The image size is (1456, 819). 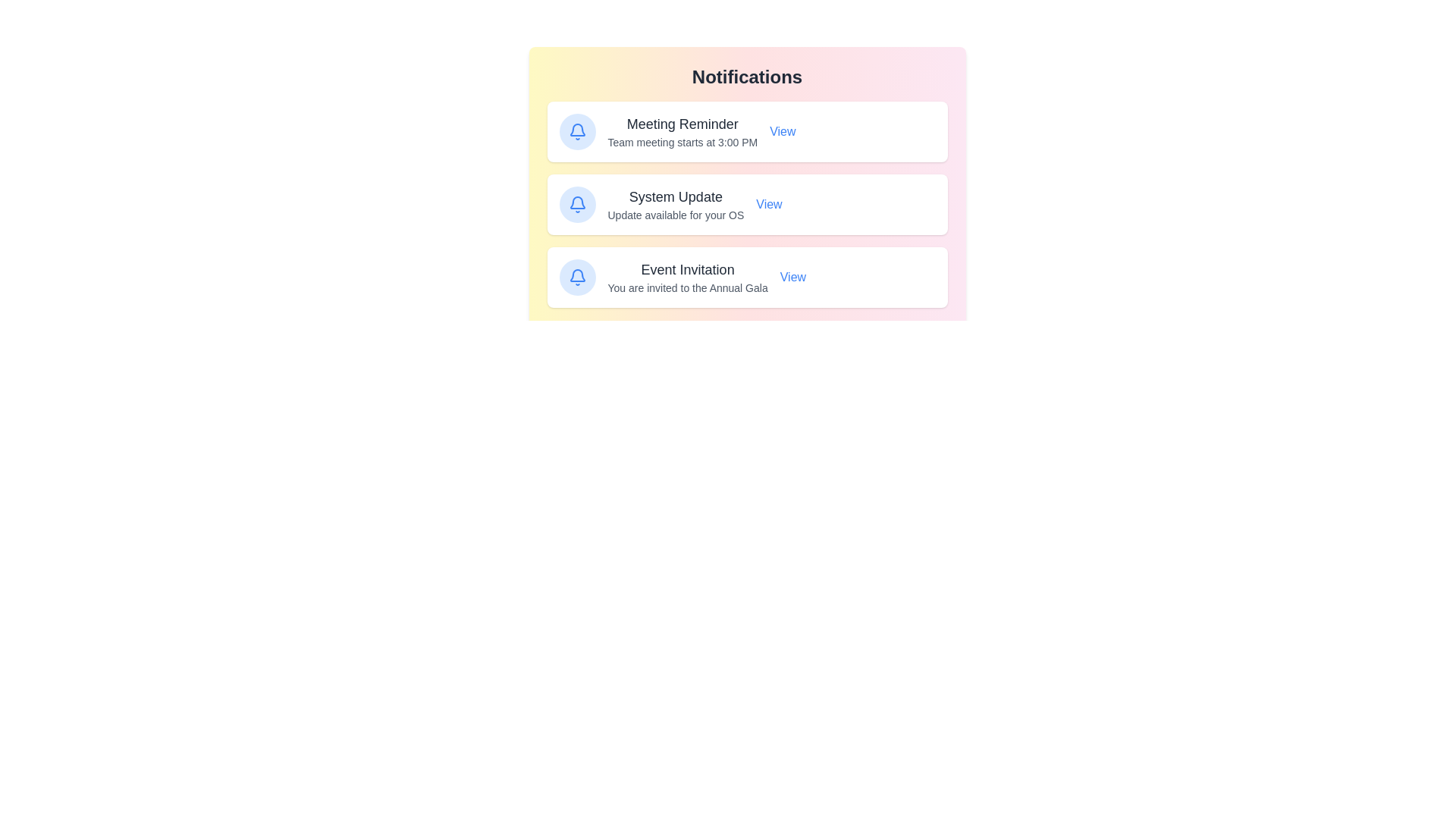 What do you see at coordinates (792, 278) in the screenshot?
I see `the 'View' button for the notification titled 'Event Invitation'` at bounding box center [792, 278].